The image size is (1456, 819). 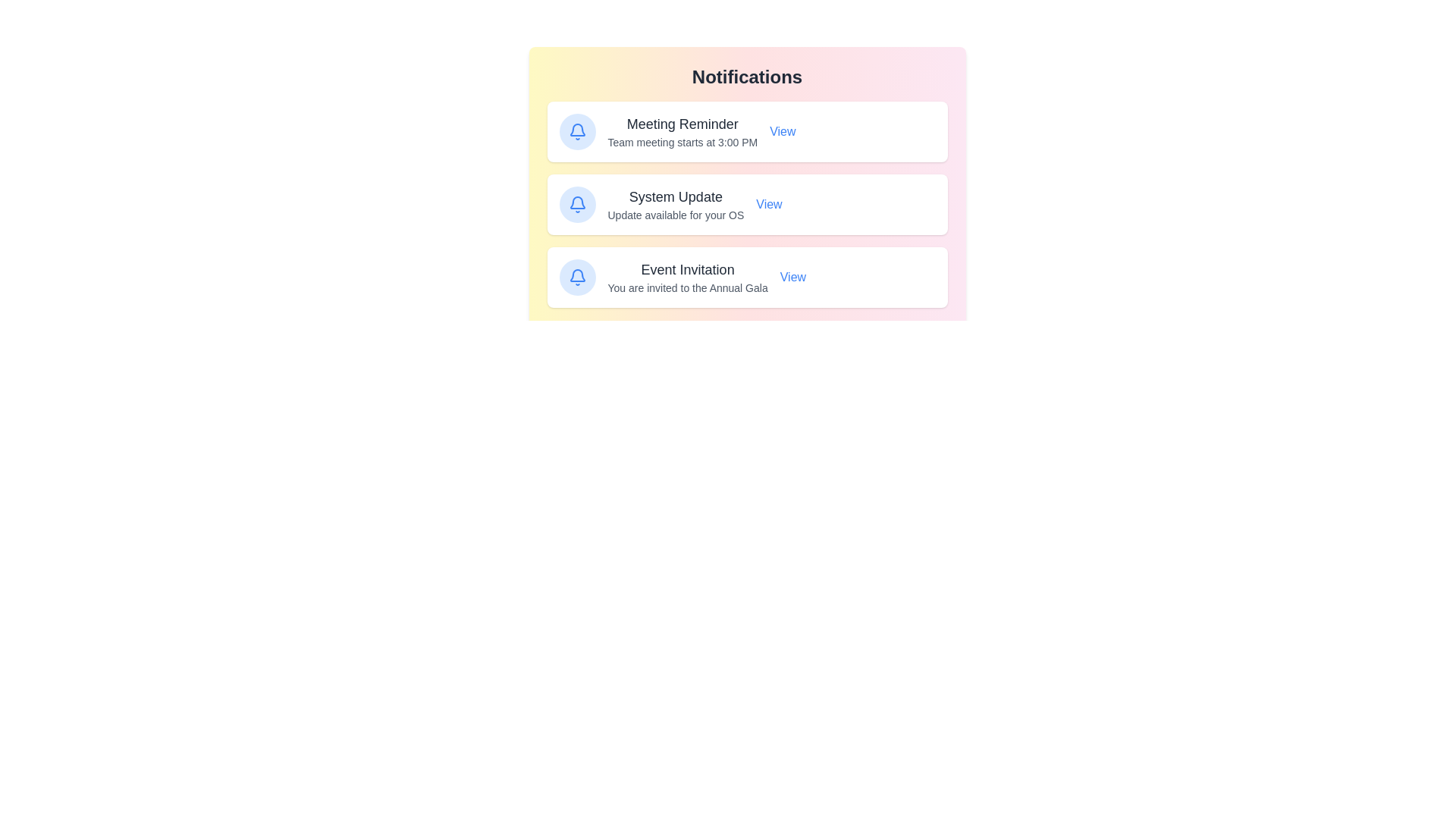 What do you see at coordinates (792, 278) in the screenshot?
I see `the 'View' button for the notification titled 'Event Invitation'` at bounding box center [792, 278].